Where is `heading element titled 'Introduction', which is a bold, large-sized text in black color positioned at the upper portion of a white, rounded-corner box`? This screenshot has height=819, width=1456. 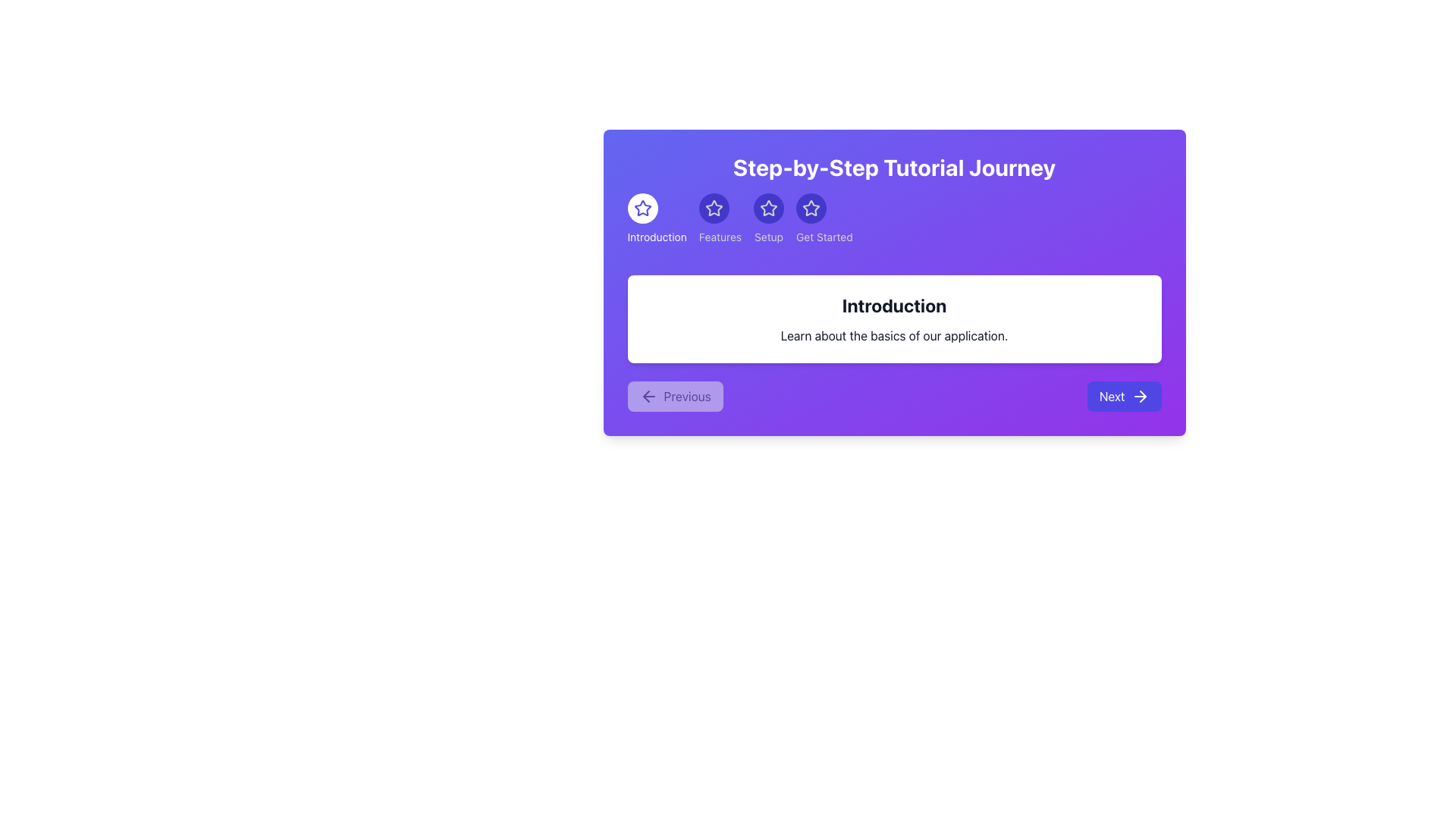 heading element titled 'Introduction', which is a bold, large-sized text in black color positioned at the upper portion of a white, rounded-corner box is located at coordinates (894, 305).